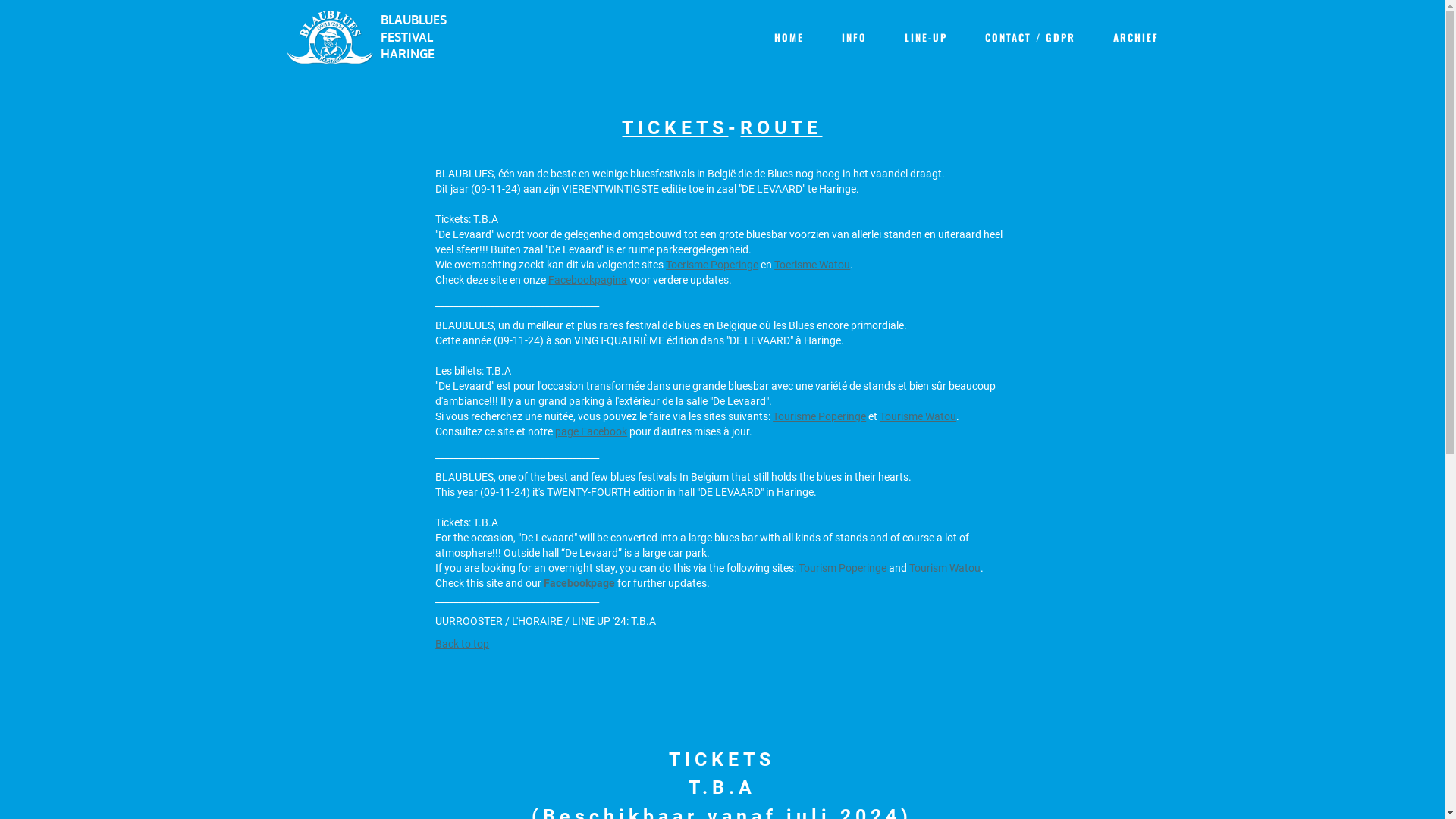 This screenshot has width=1456, height=819. What do you see at coordinates (666, 262) in the screenshot?
I see `'Toerisme Poperinge'` at bounding box center [666, 262].